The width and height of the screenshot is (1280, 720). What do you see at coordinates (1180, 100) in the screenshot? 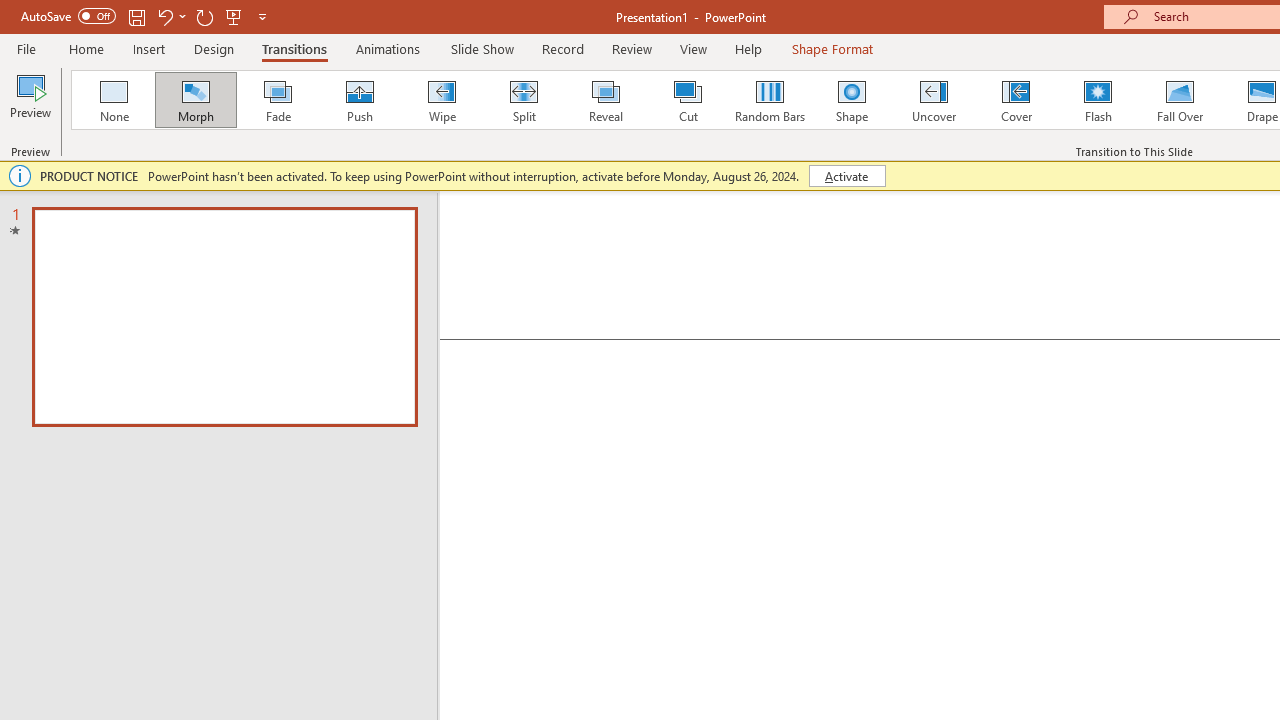
I see `'Fall Over'` at bounding box center [1180, 100].